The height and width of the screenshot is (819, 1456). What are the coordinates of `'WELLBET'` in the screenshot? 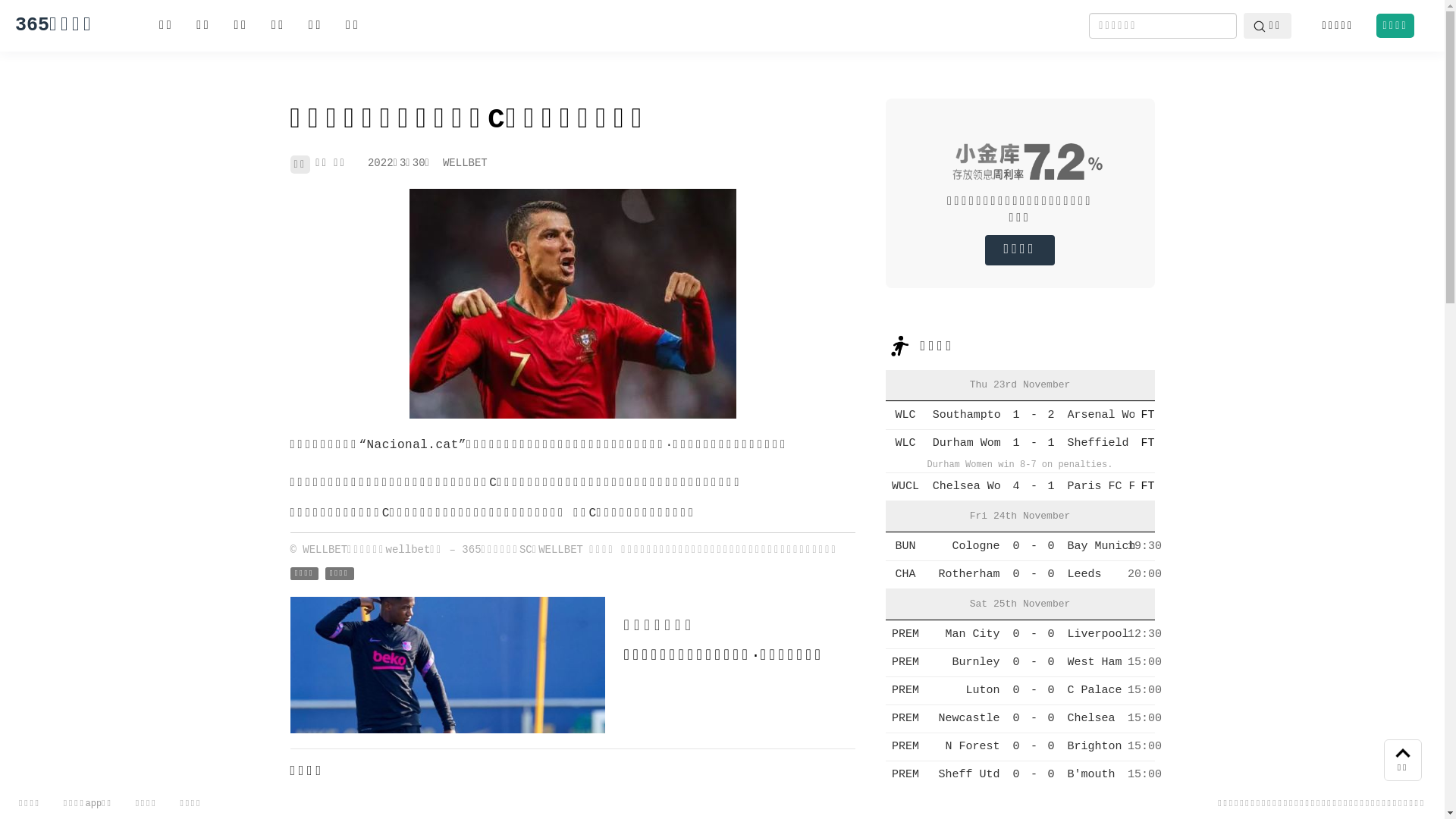 It's located at (464, 163).